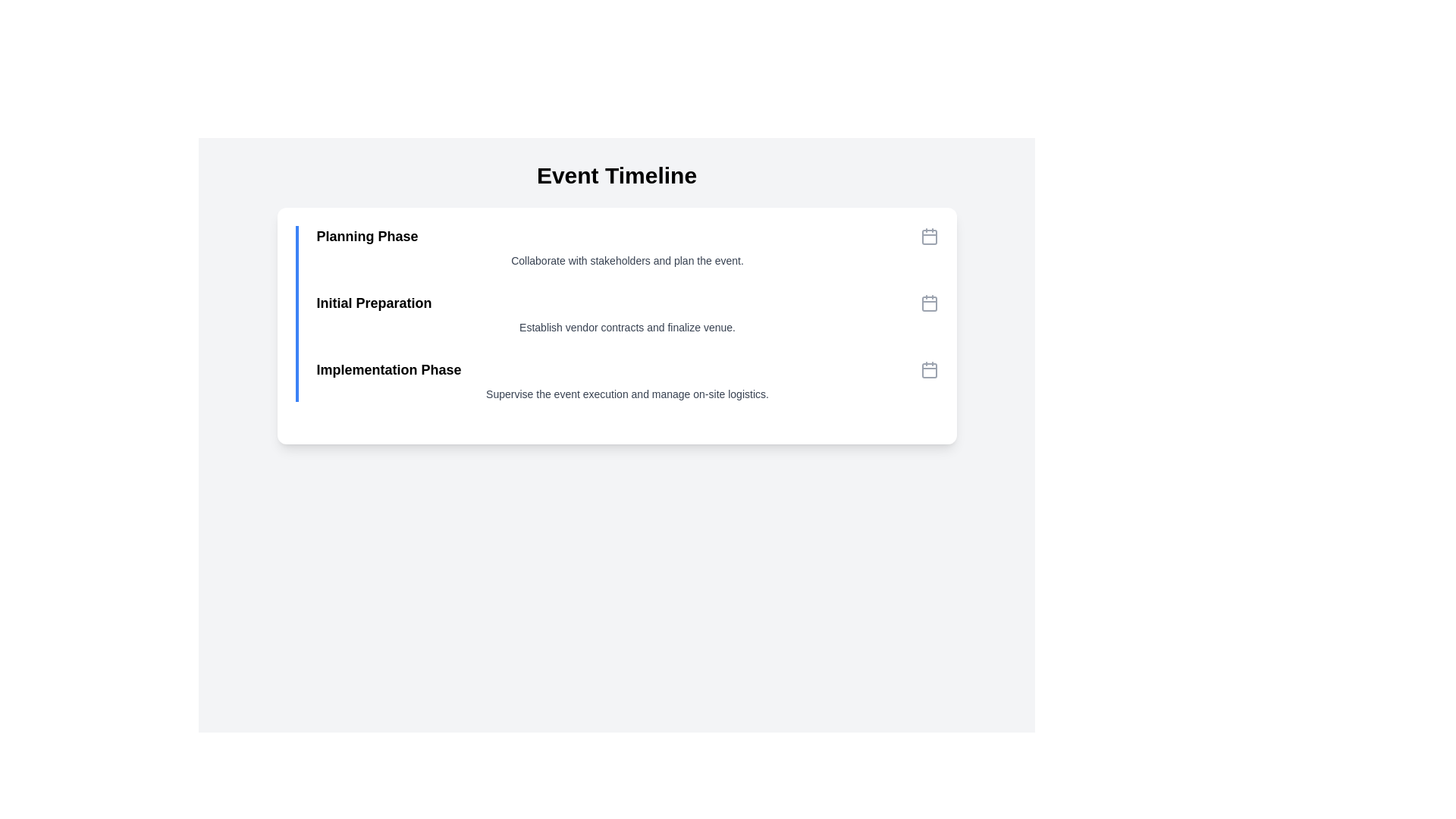 This screenshot has width=1456, height=819. Describe the element at coordinates (627, 259) in the screenshot. I see `the static text element reading 'Collaborate with stakeholders and plan the event.' which is located below the 'Planning Phase' header` at that location.